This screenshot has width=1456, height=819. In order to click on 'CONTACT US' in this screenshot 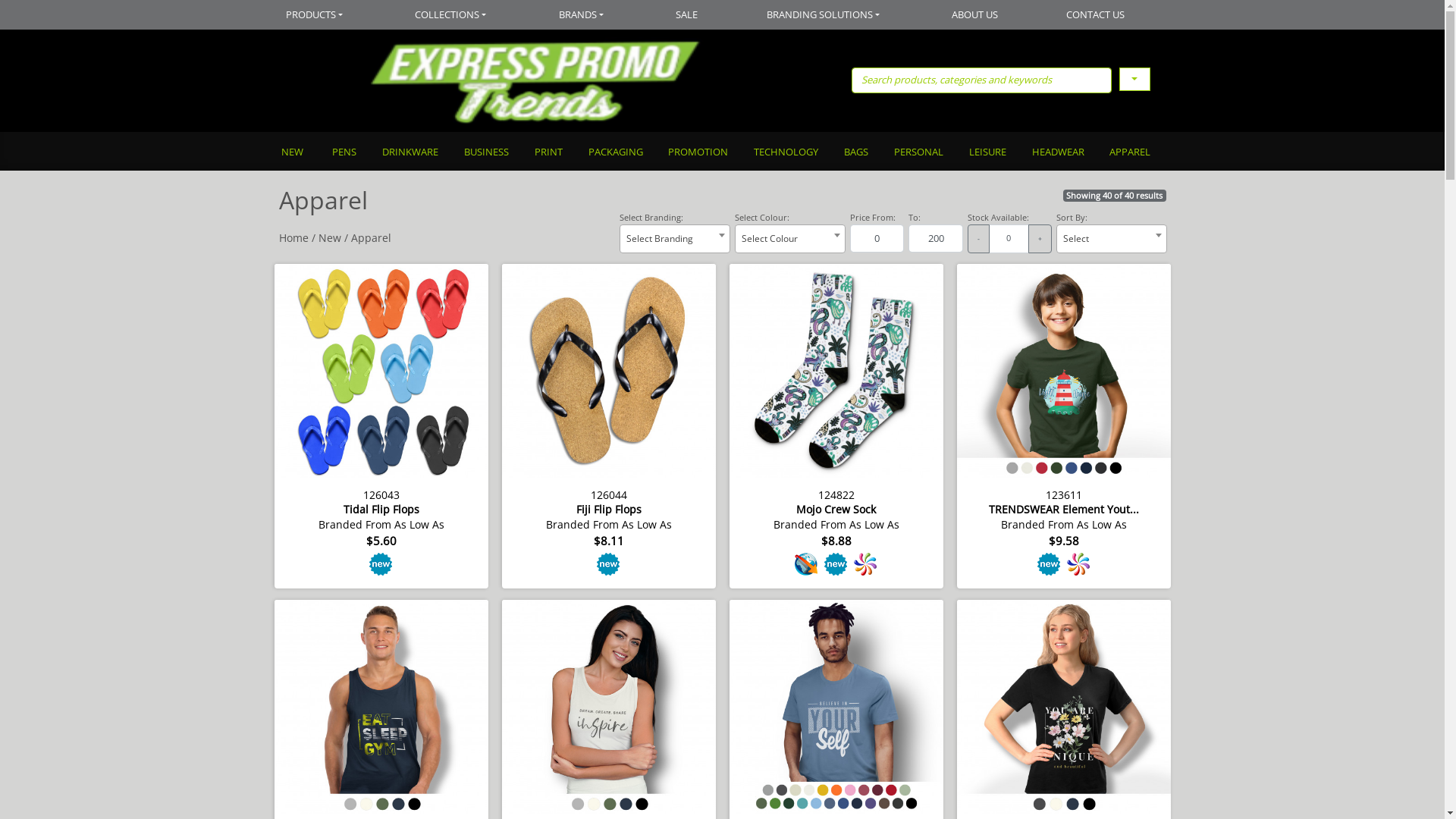, I will do `click(1096, 14)`.